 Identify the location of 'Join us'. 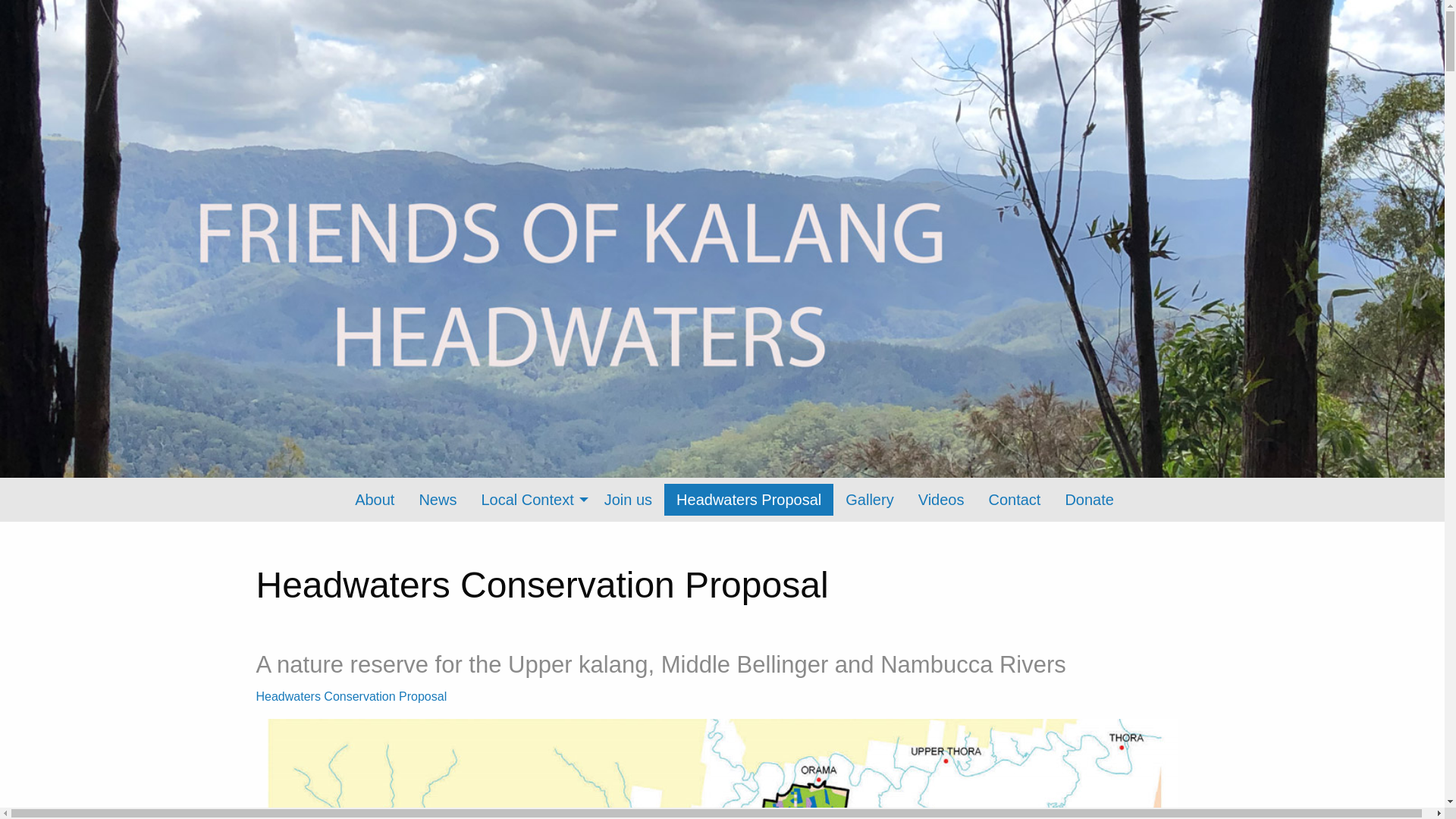
(628, 500).